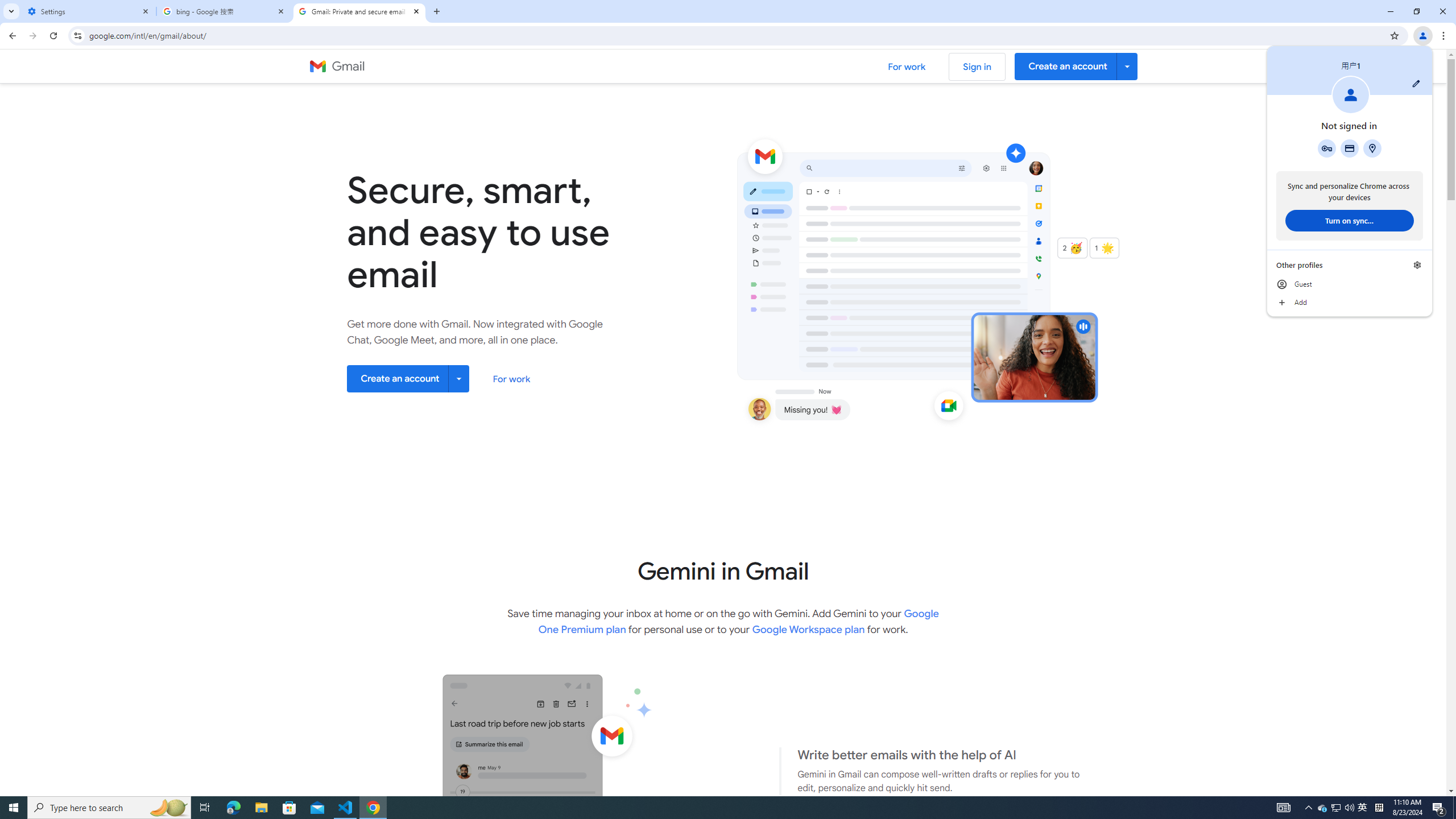 The image size is (1456, 819). What do you see at coordinates (109, 806) in the screenshot?
I see `'Type here to search'` at bounding box center [109, 806].